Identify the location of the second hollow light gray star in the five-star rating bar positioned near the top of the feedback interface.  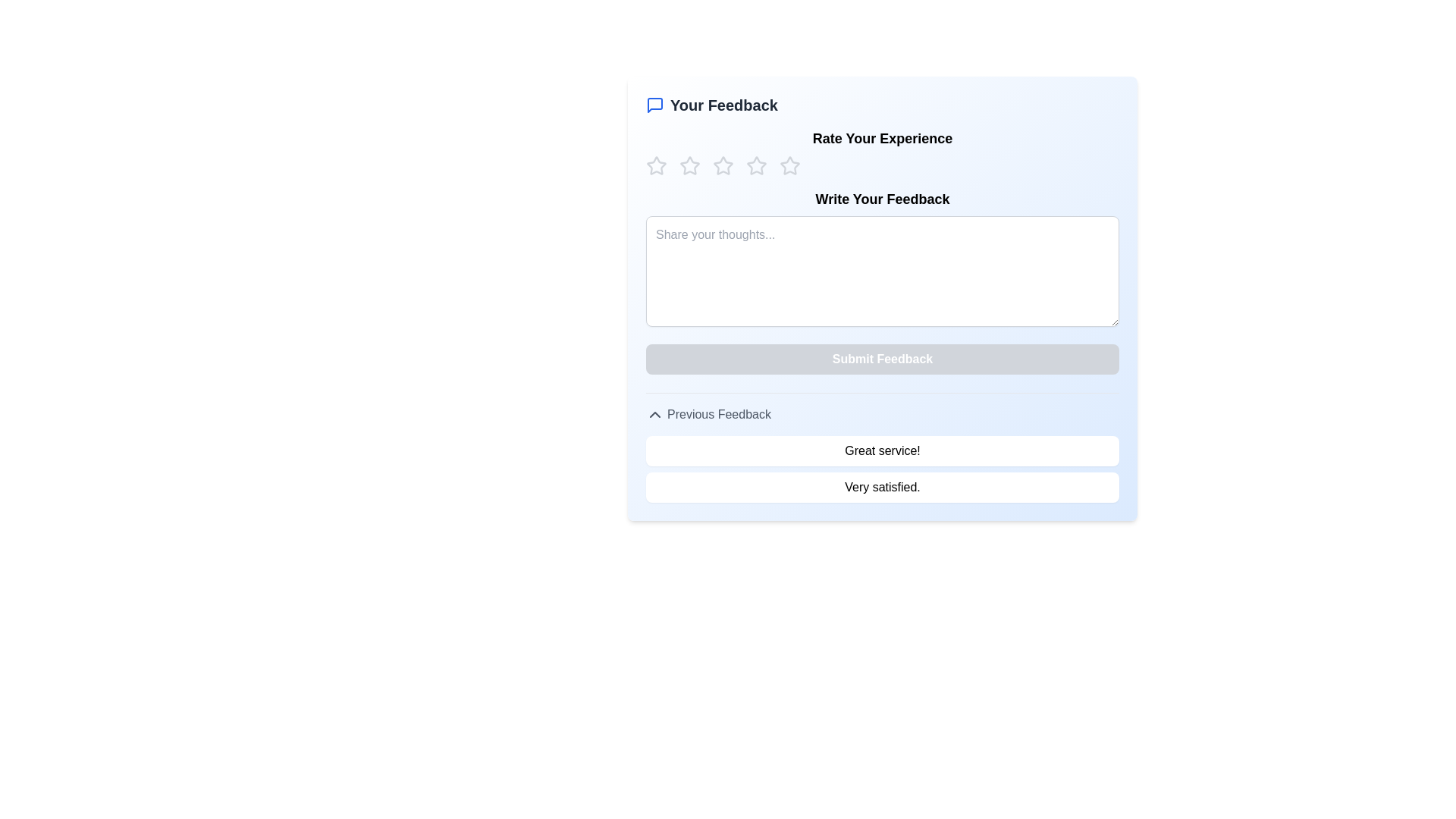
(689, 165).